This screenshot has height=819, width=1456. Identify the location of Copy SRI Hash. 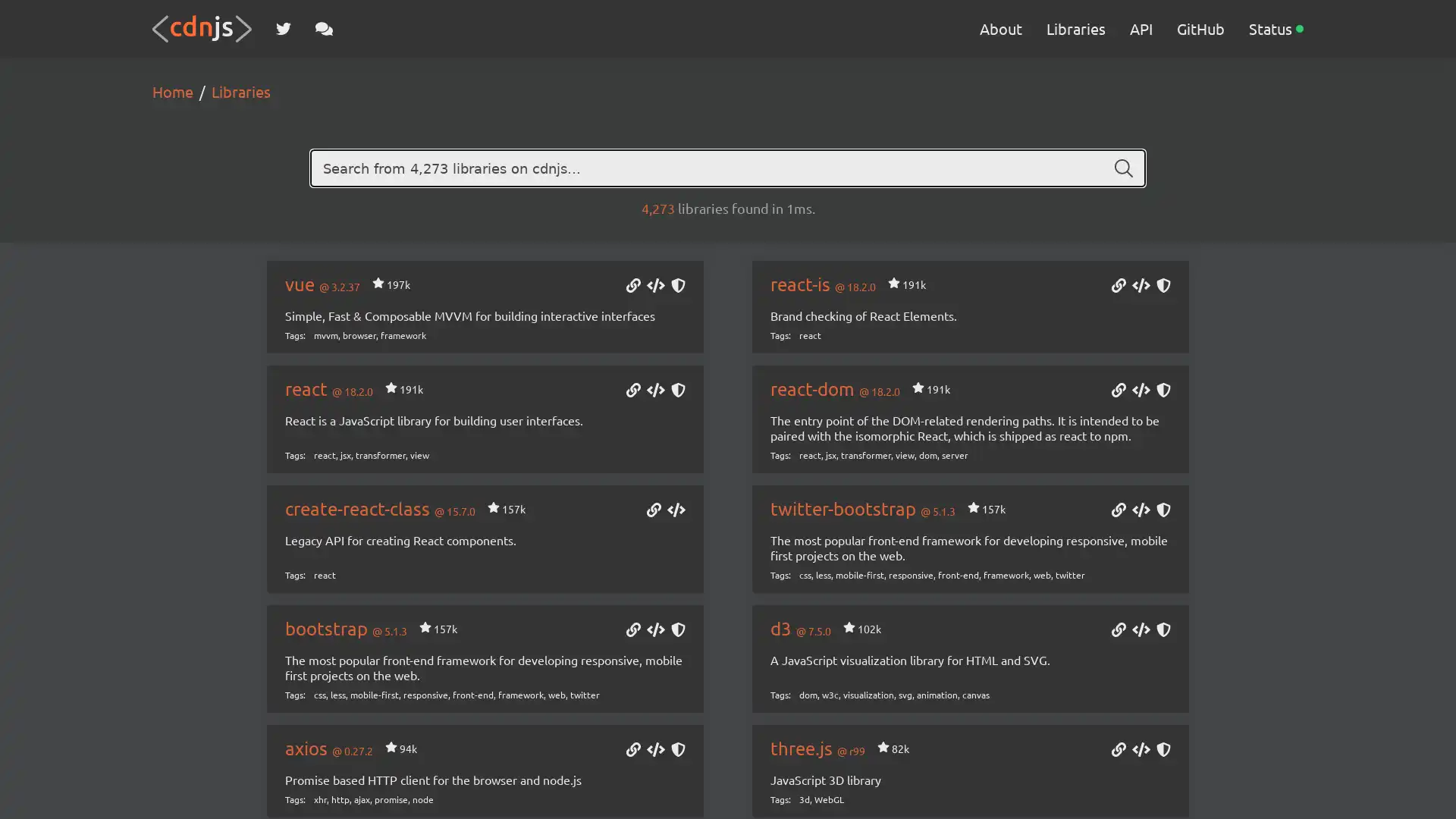
(1163, 287).